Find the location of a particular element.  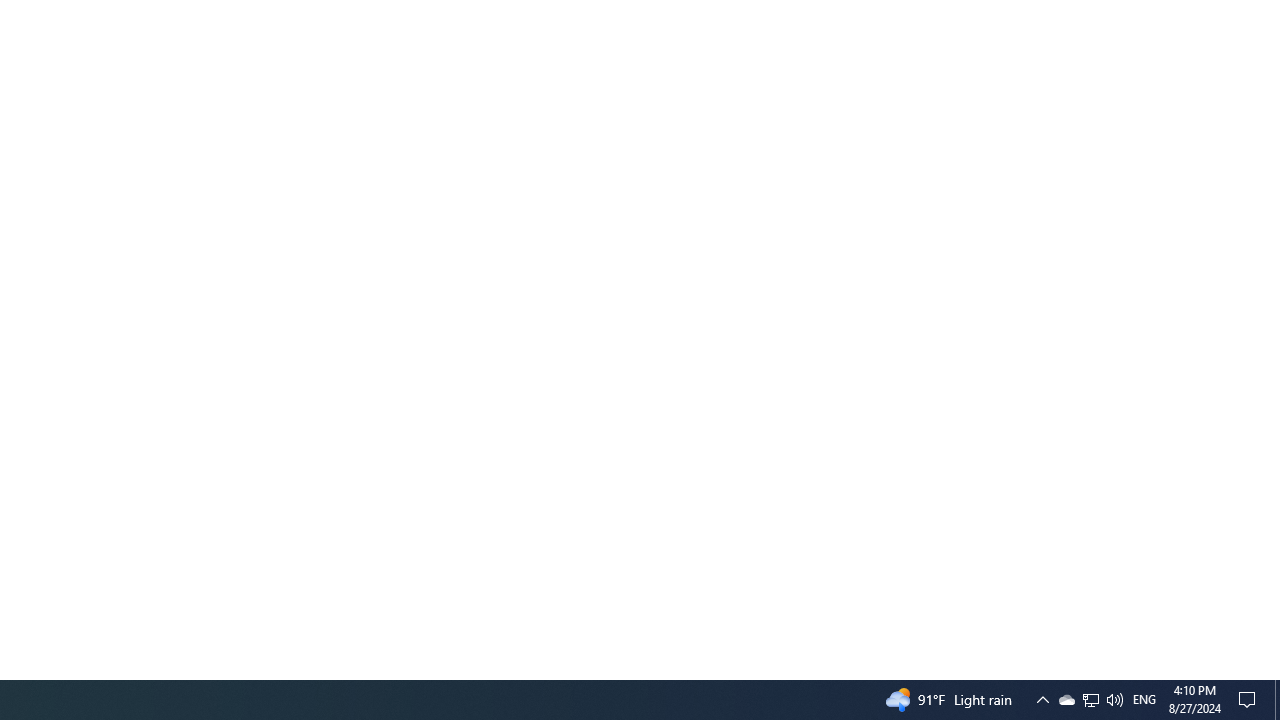

'Tray Input Indicator - English (United States)' is located at coordinates (1144, 698).